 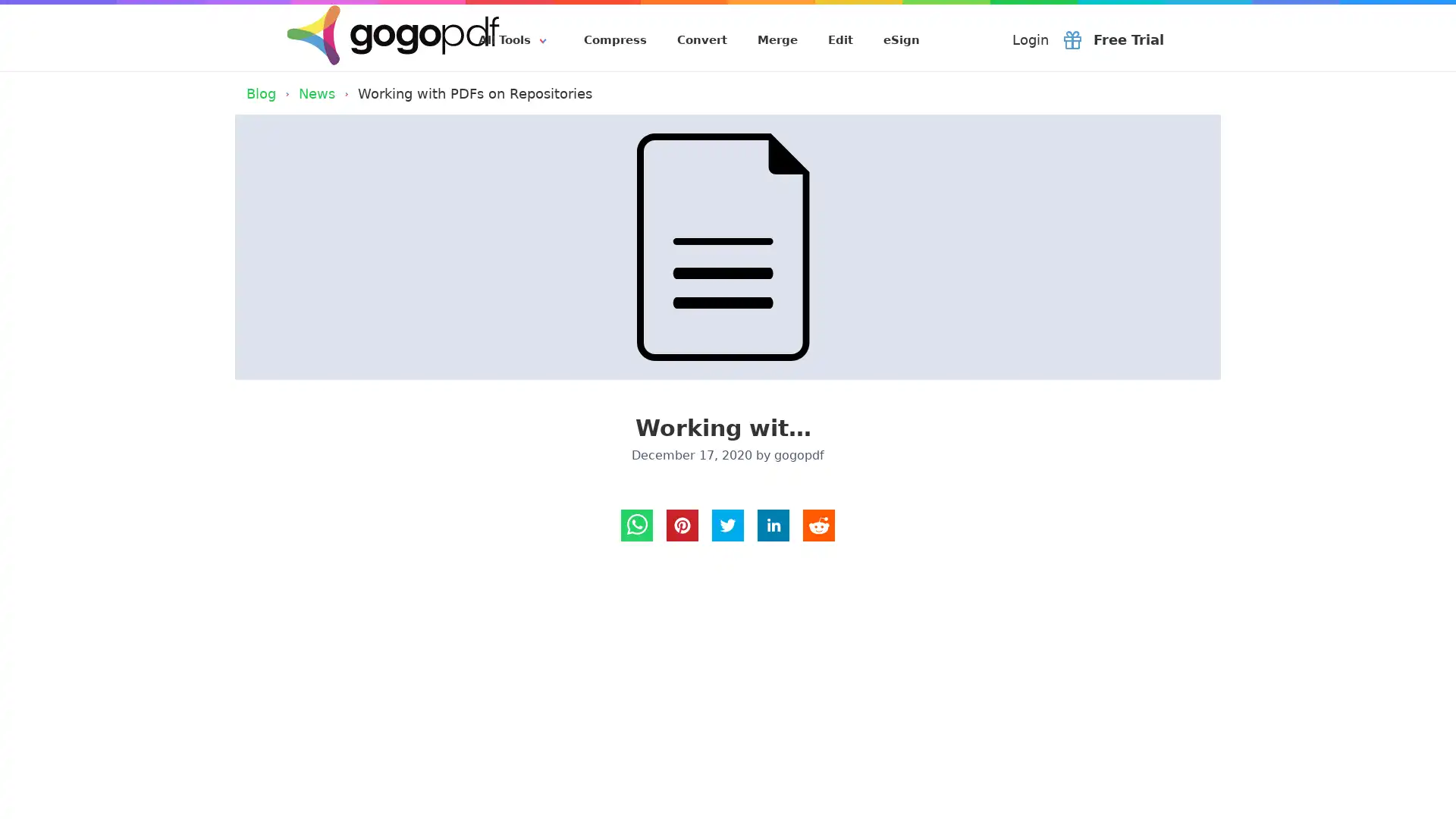 I want to click on Convert, so click(x=701, y=39).